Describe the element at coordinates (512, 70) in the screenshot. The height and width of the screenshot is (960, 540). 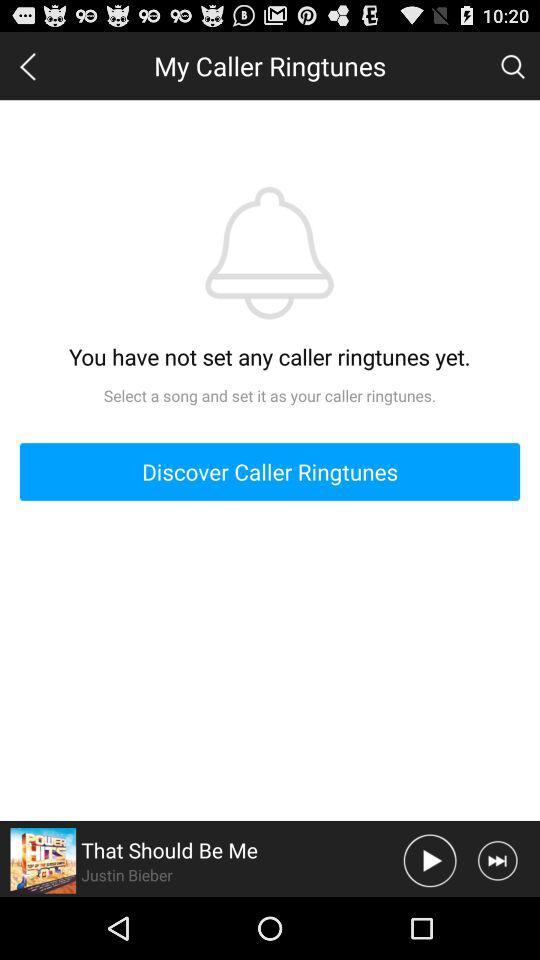
I see `the search icon` at that location.